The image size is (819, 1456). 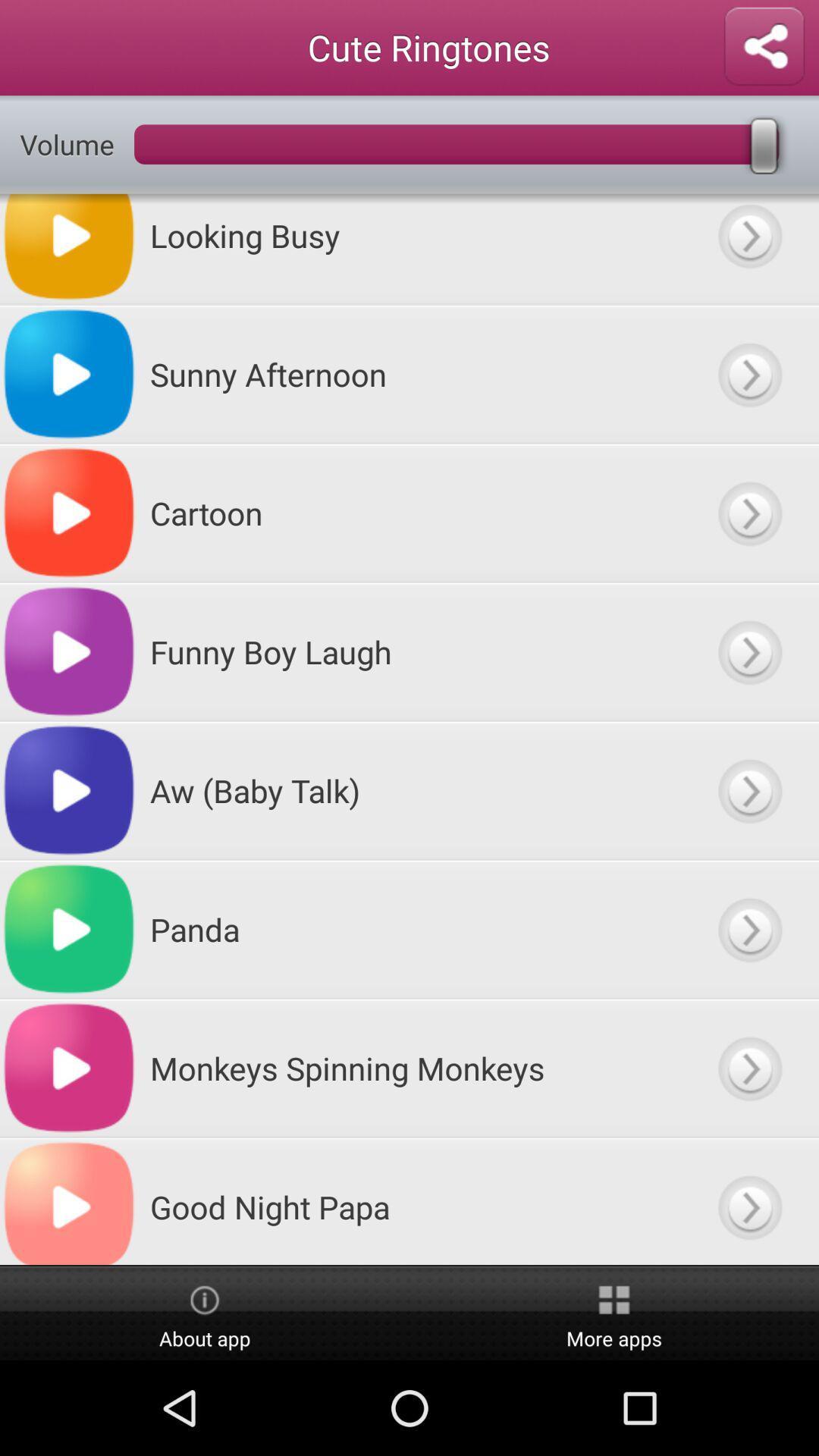 I want to click on next, so click(x=748, y=513).